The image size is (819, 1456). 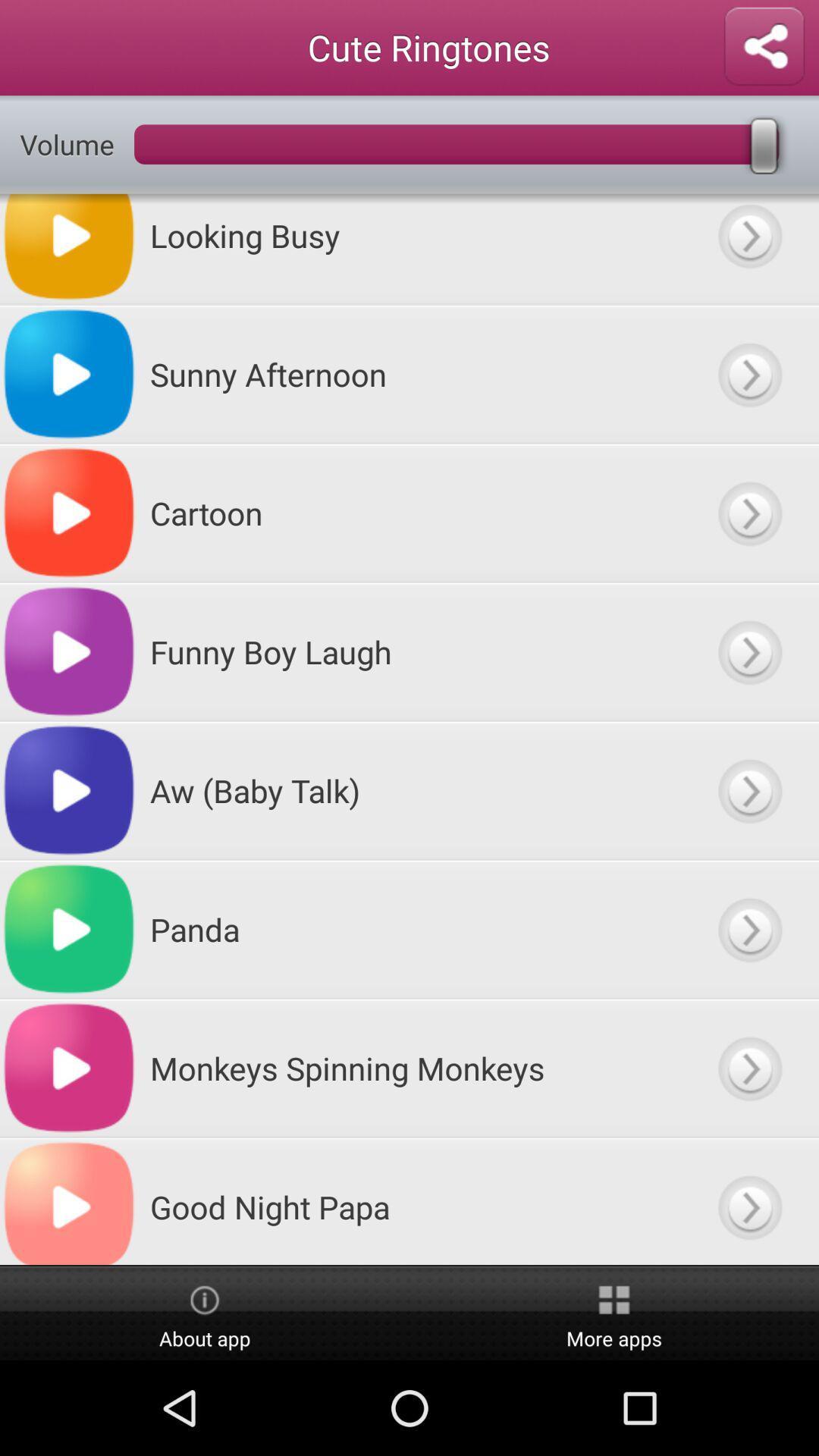 I want to click on next, so click(x=748, y=513).